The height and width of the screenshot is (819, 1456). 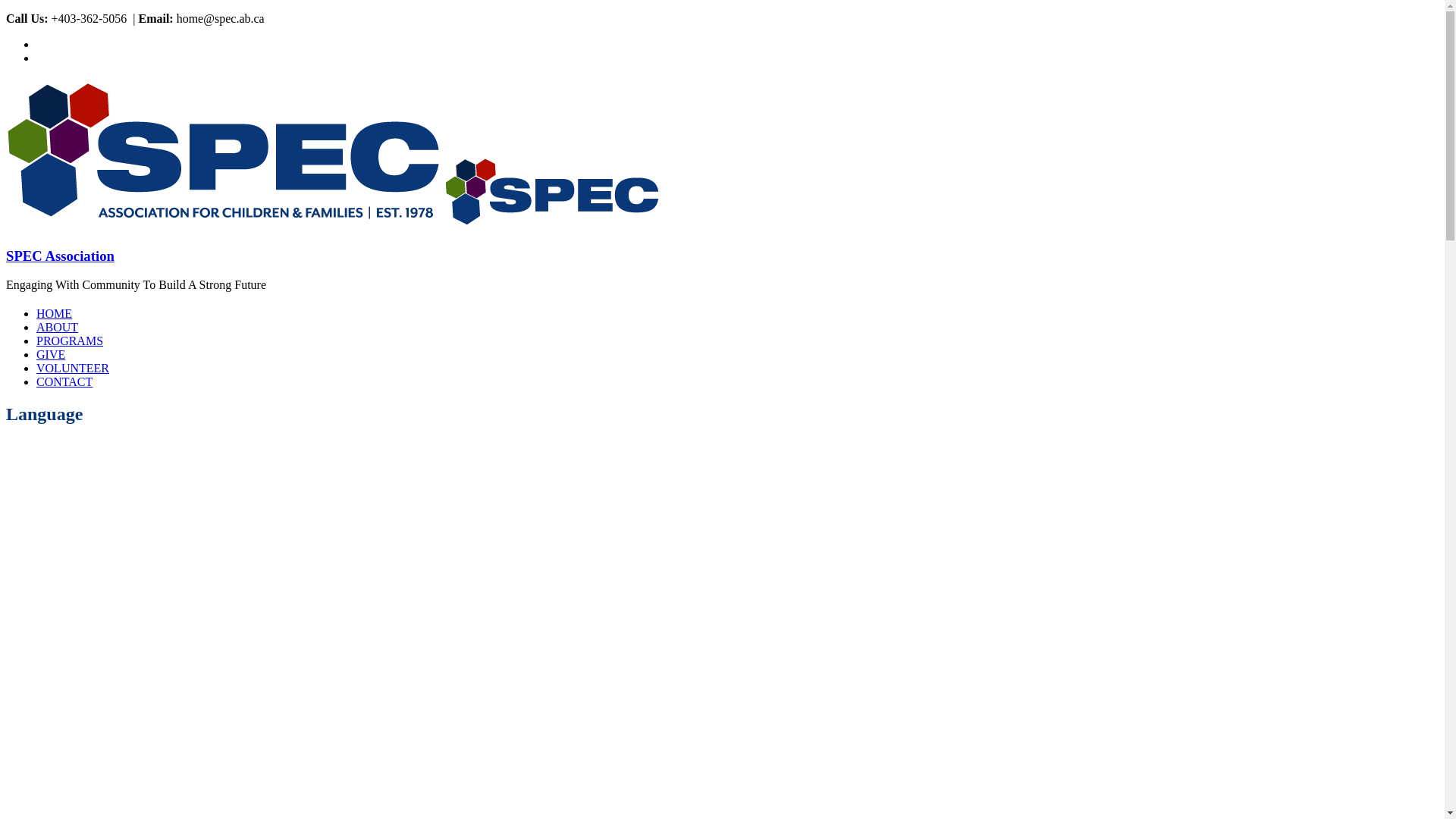 What do you see at coordinates (68, 340) in the screenshot?
I see `'PROGRAMS'` at bounding box center [68, 340].